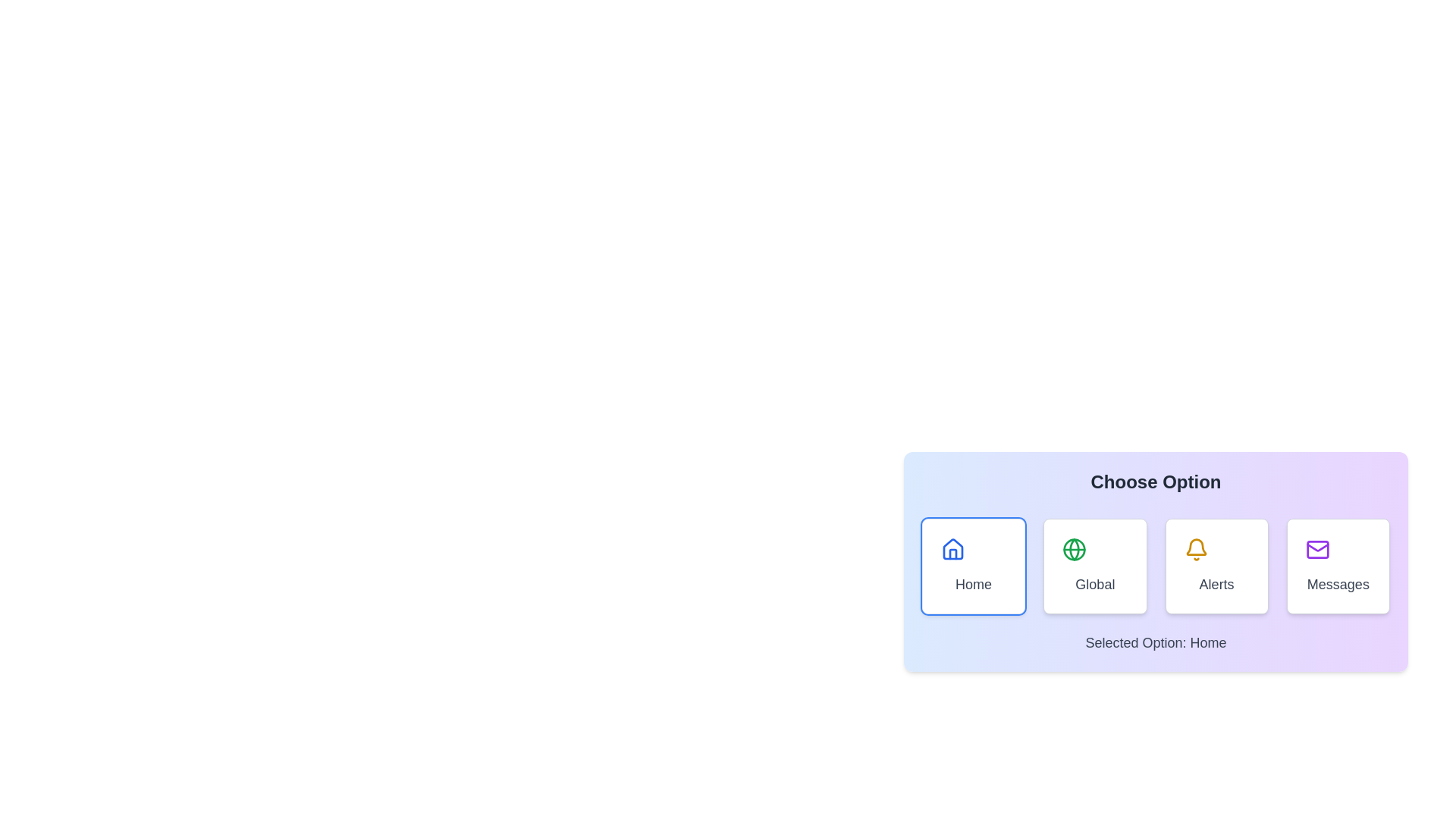  What do you see at coordinates (1155, 643) in the screenshot?
I see `the text label indicating the currently selected option in the 'Choose Option' section, located below the interactive tiles ('Home', 'Global', 'Alerts', 'Messages')` at bounding box center [1155, 643].